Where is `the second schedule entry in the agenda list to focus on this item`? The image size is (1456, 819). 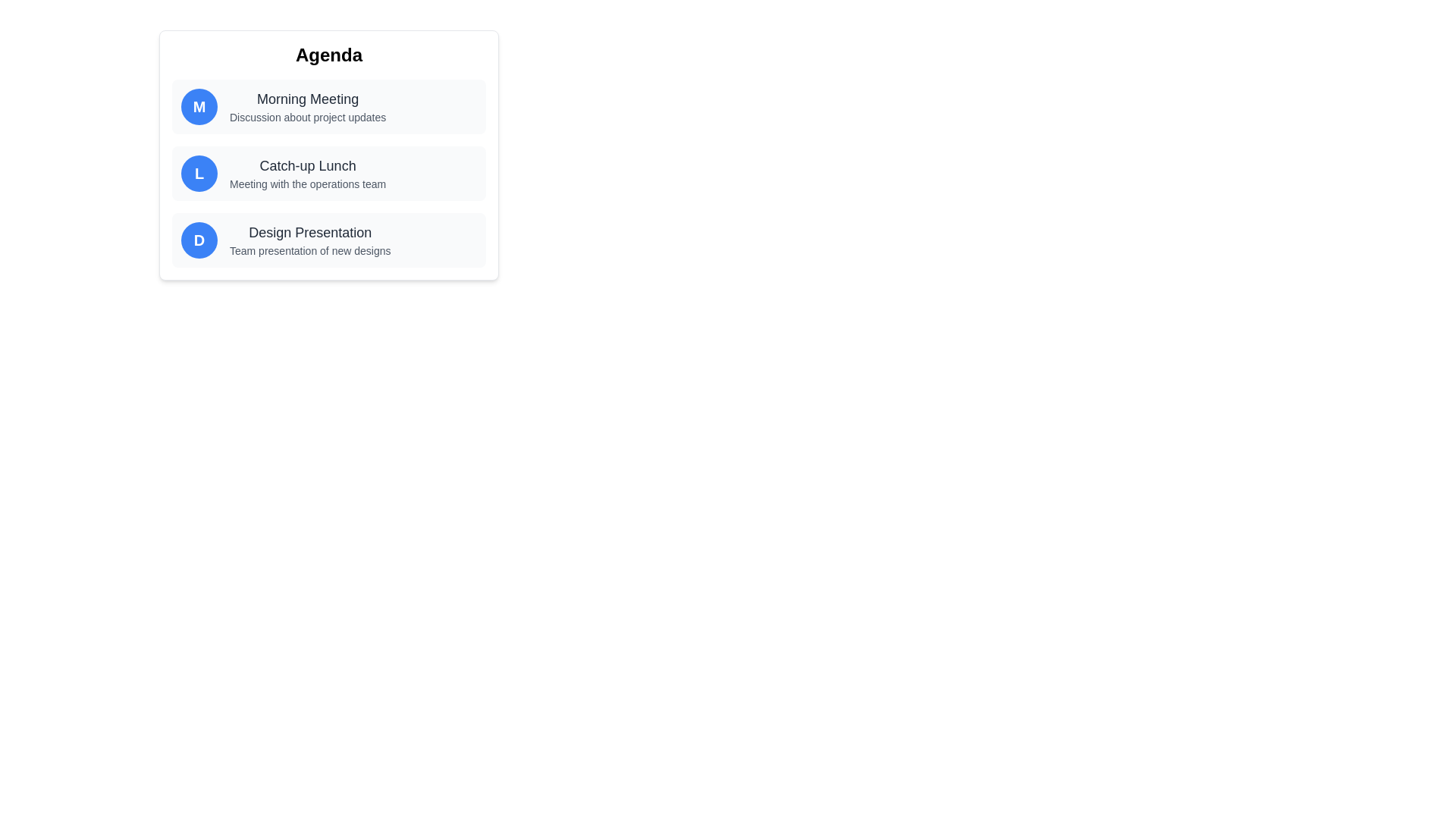
the second schedule entry in the agenda list to focus on this item is located at coordinates (328, 155).